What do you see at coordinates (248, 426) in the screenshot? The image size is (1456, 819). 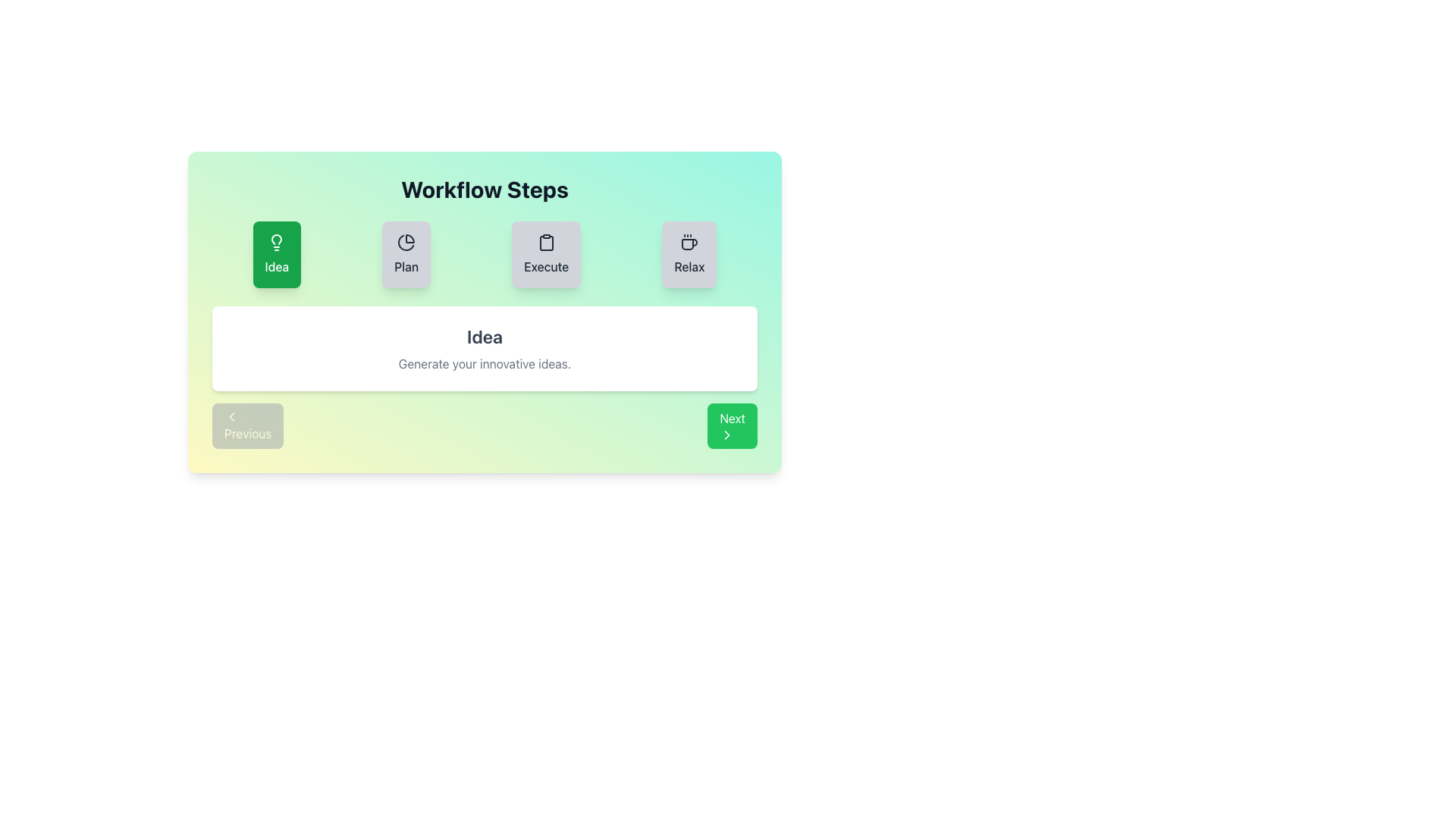 I see `the disabled navigation button located in the bottom-left corner of the 'Workflow Steps' interface, which is grayed out and positioned left of the 'Next' button` at bounding box center [248, 426].